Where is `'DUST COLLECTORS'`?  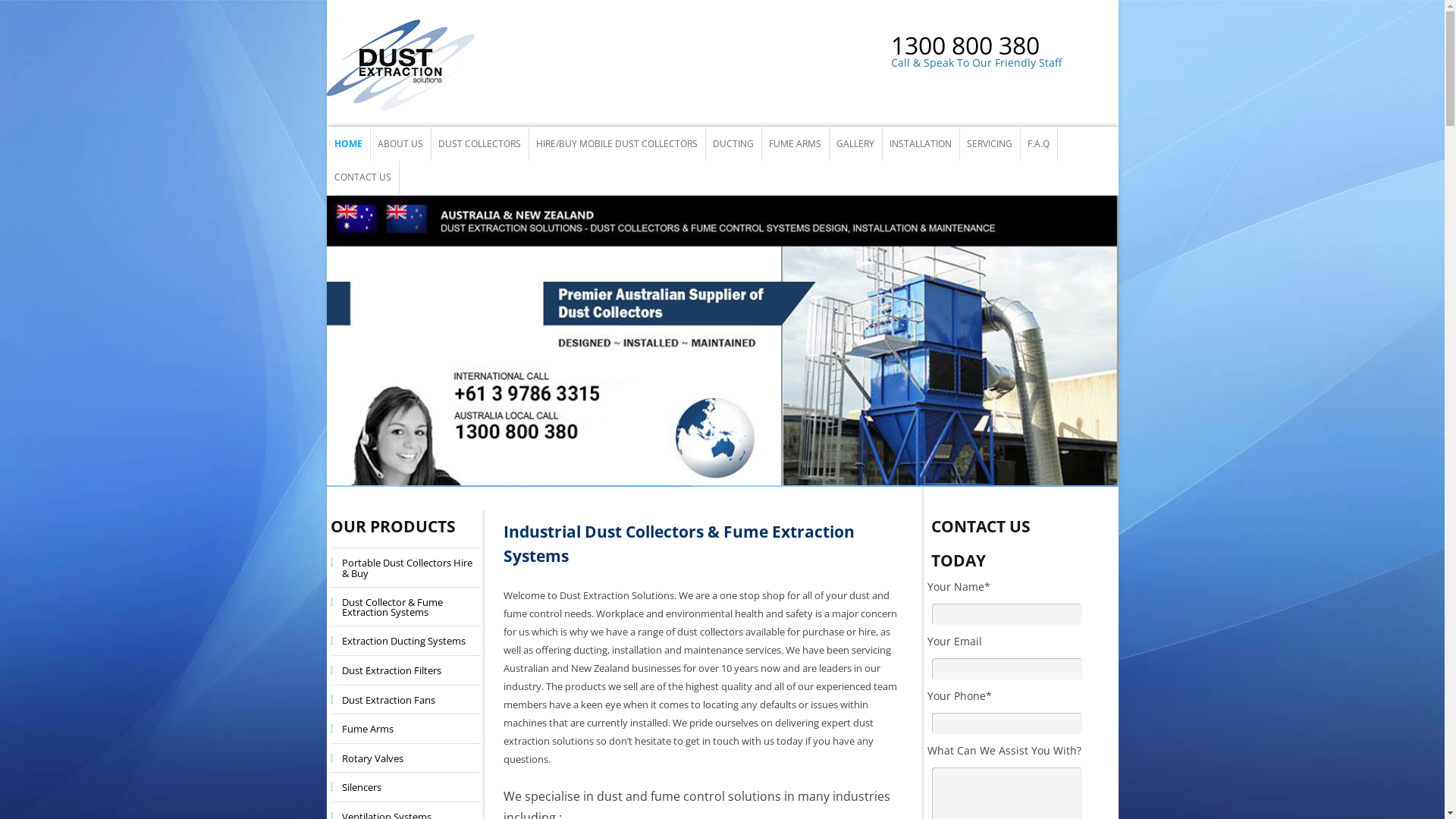
'DUST COLLECTORS' is located at coordinates (479, 143).